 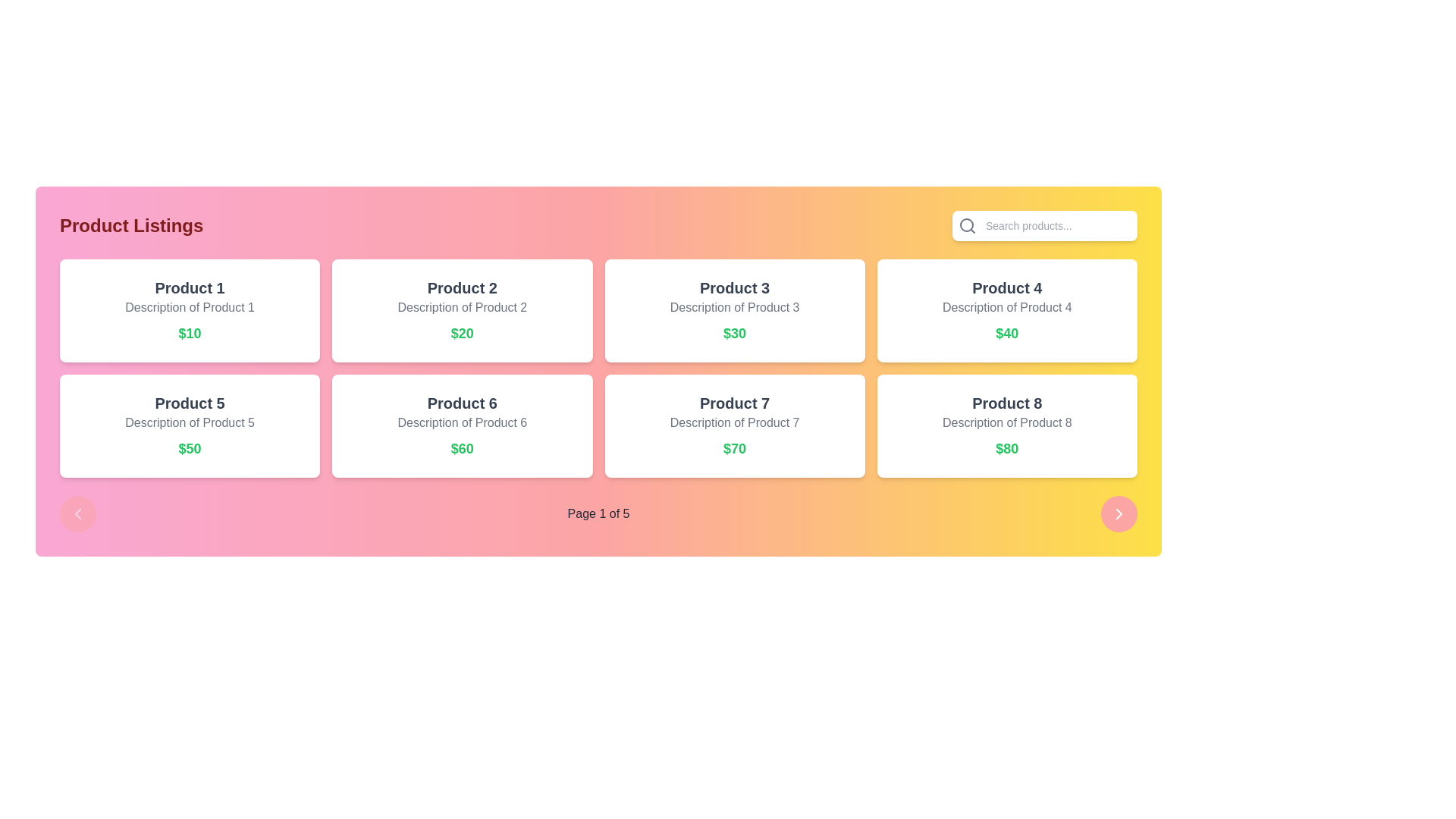 I want to click on the Card element that represents a product, located in the first row, second column of the grid layout, for more details, so click(x=461, y=309).